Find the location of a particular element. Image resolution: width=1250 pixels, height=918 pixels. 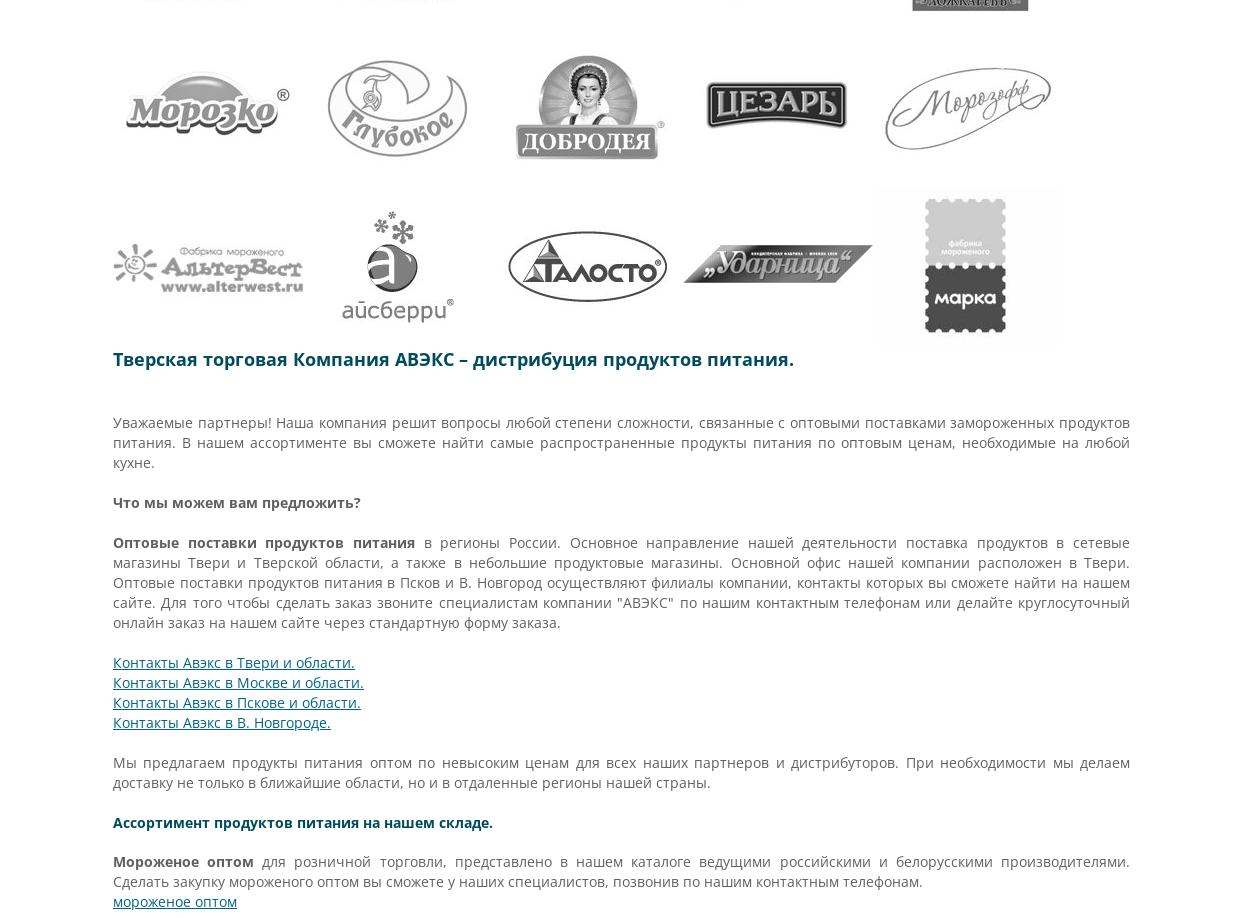

'Ассортимент продуктов питания на нашем складе.' is located at coordinates (303, 822).